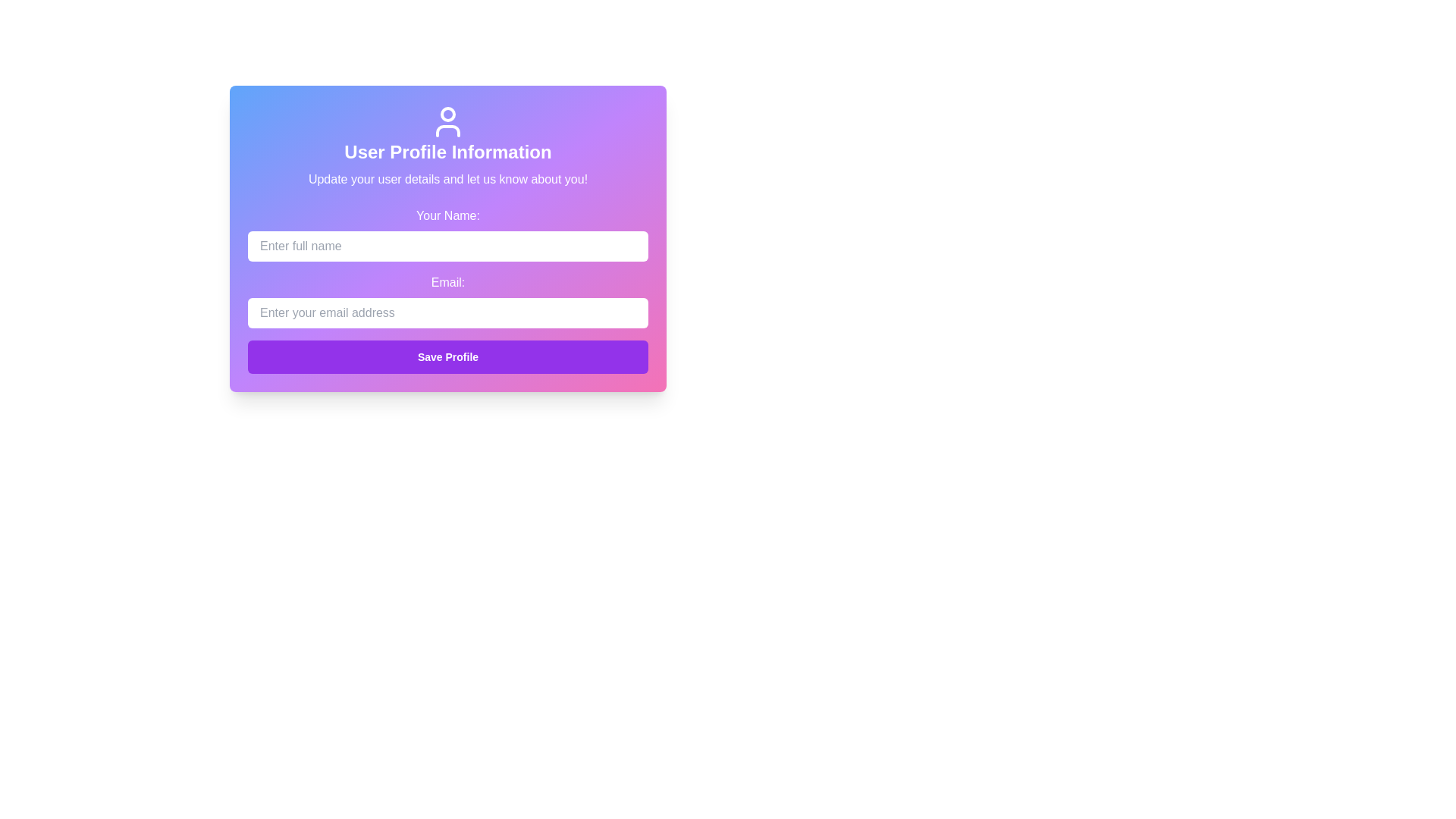  Describe the element at coordinates (447, 301) in the screenshot. I see `the input box labeled 'Email:' to select all text within it` at that location.